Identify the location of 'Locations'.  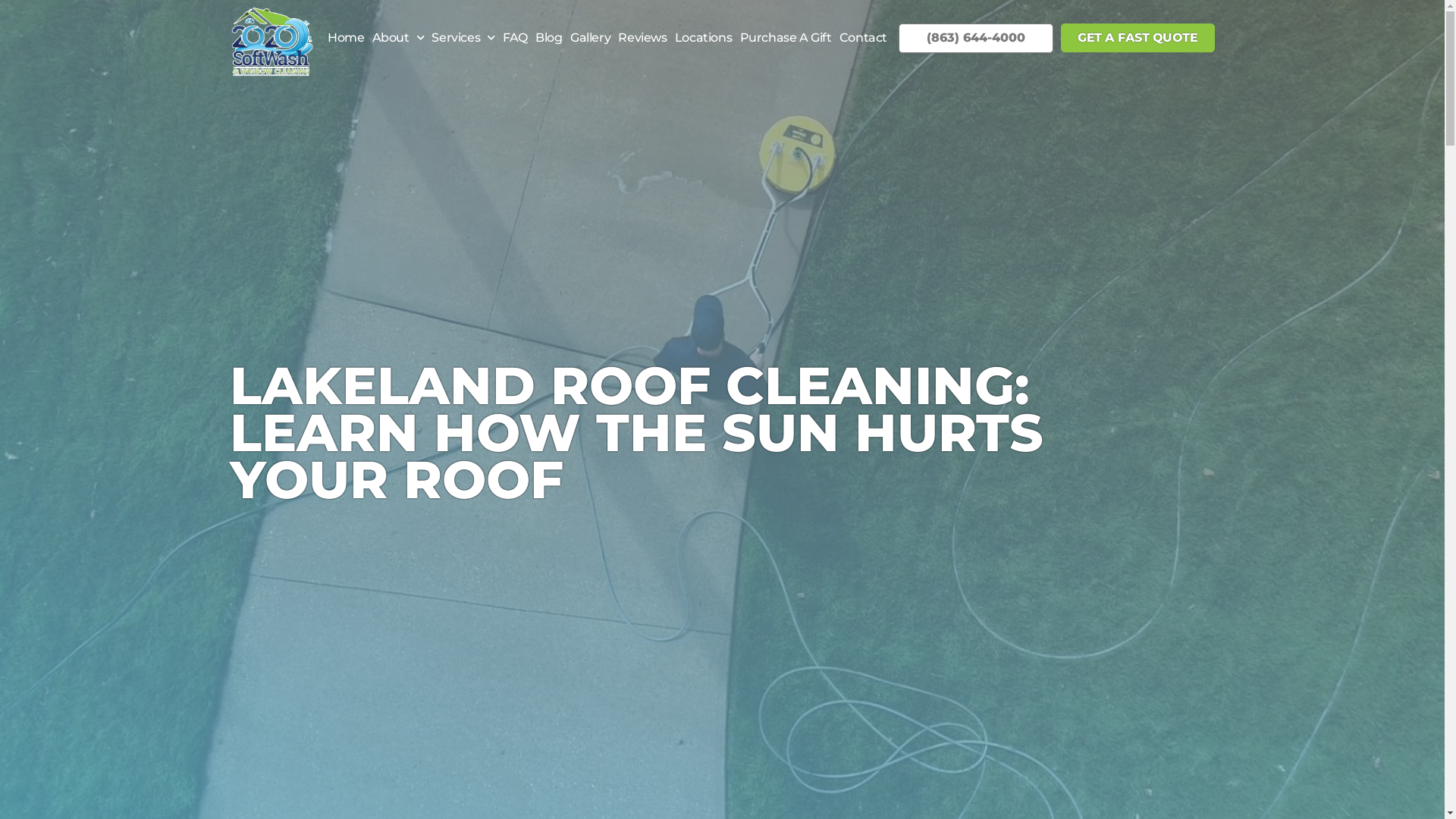
(670, 37).